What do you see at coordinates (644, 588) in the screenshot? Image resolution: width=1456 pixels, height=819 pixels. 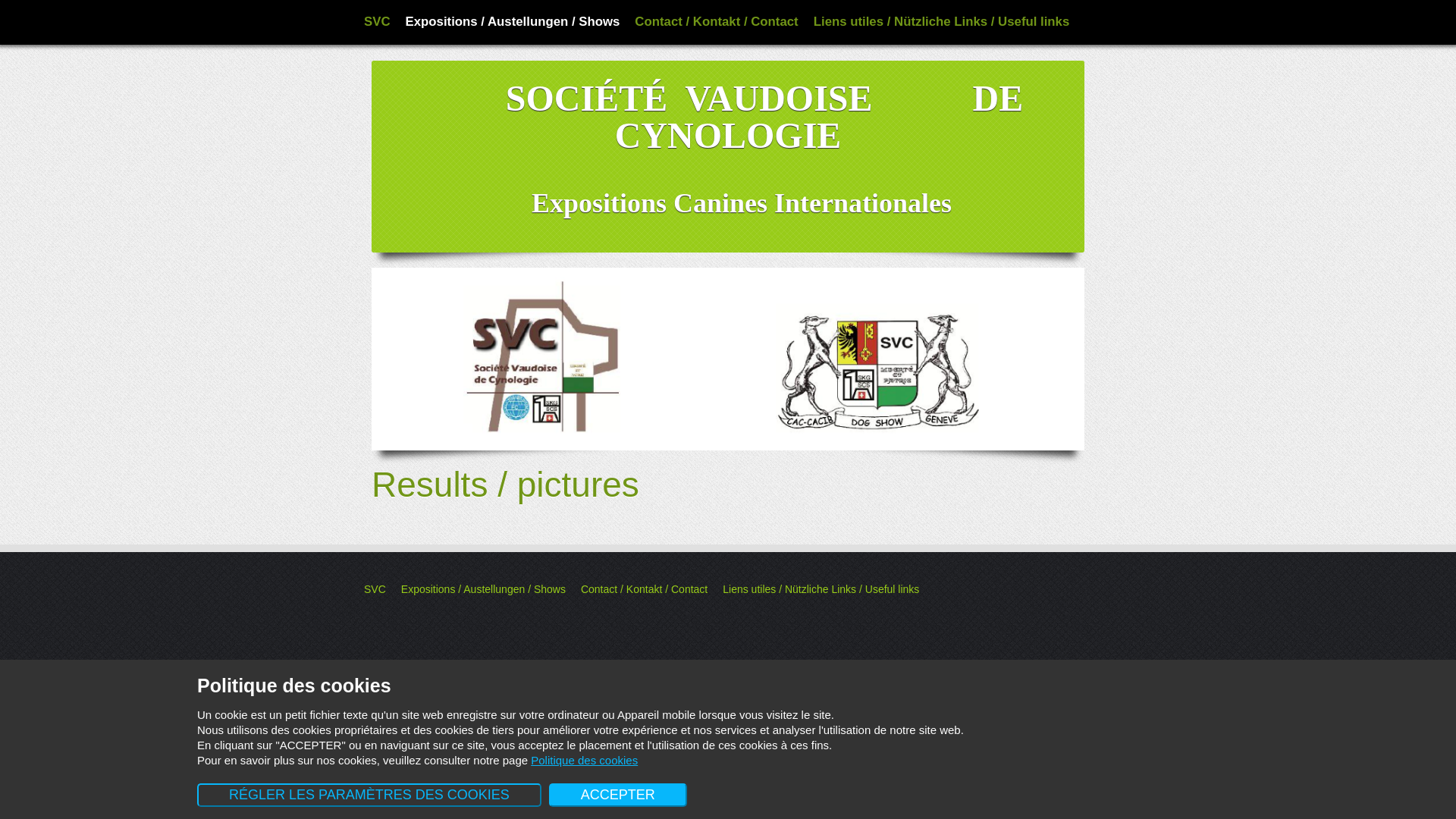 I see `'Contact / Kontakt / Contact'` at bounding box center [644, 588].